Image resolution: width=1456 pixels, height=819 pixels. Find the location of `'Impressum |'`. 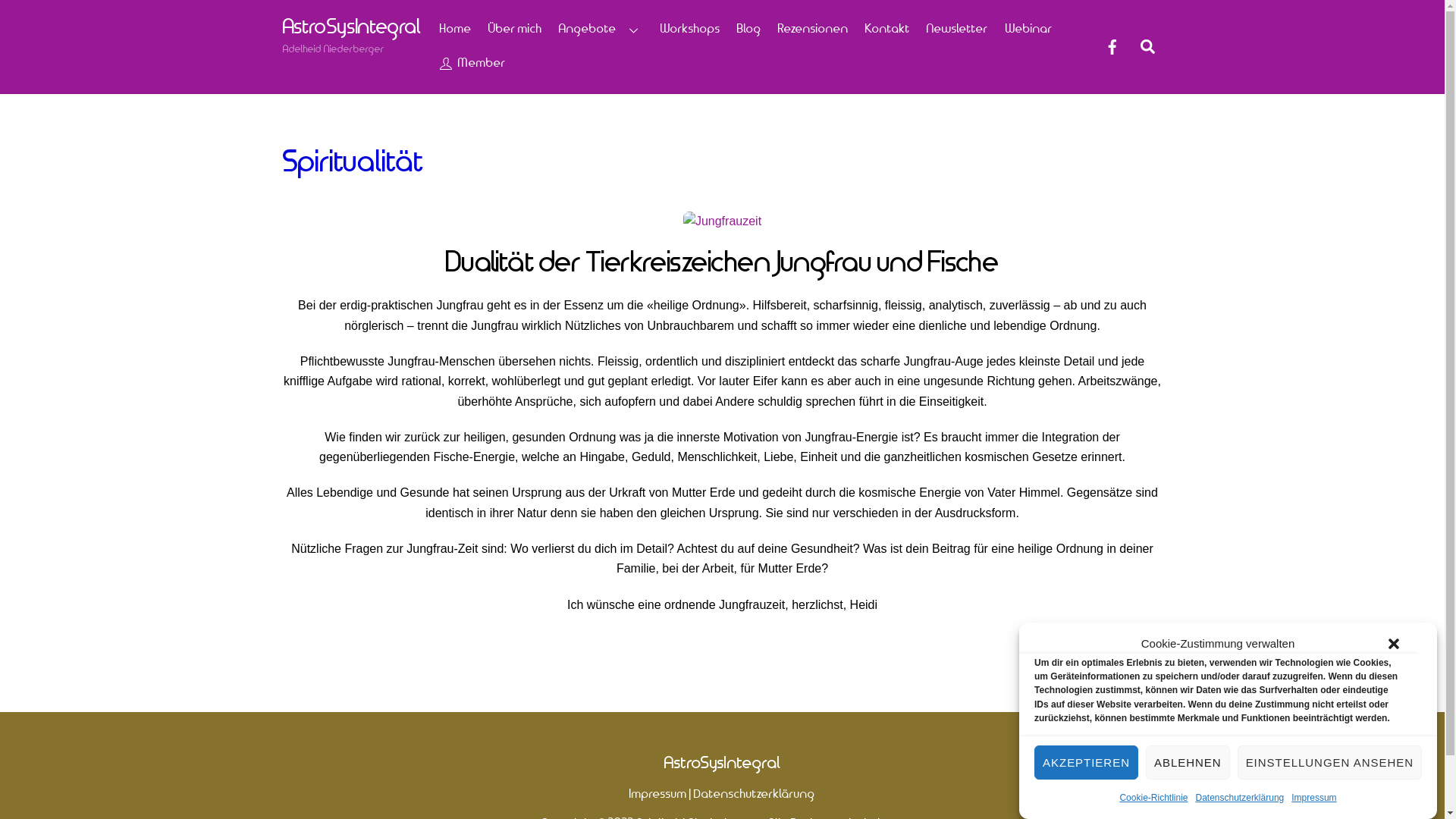

'Impressum |' is located at coordinates (661, 793).